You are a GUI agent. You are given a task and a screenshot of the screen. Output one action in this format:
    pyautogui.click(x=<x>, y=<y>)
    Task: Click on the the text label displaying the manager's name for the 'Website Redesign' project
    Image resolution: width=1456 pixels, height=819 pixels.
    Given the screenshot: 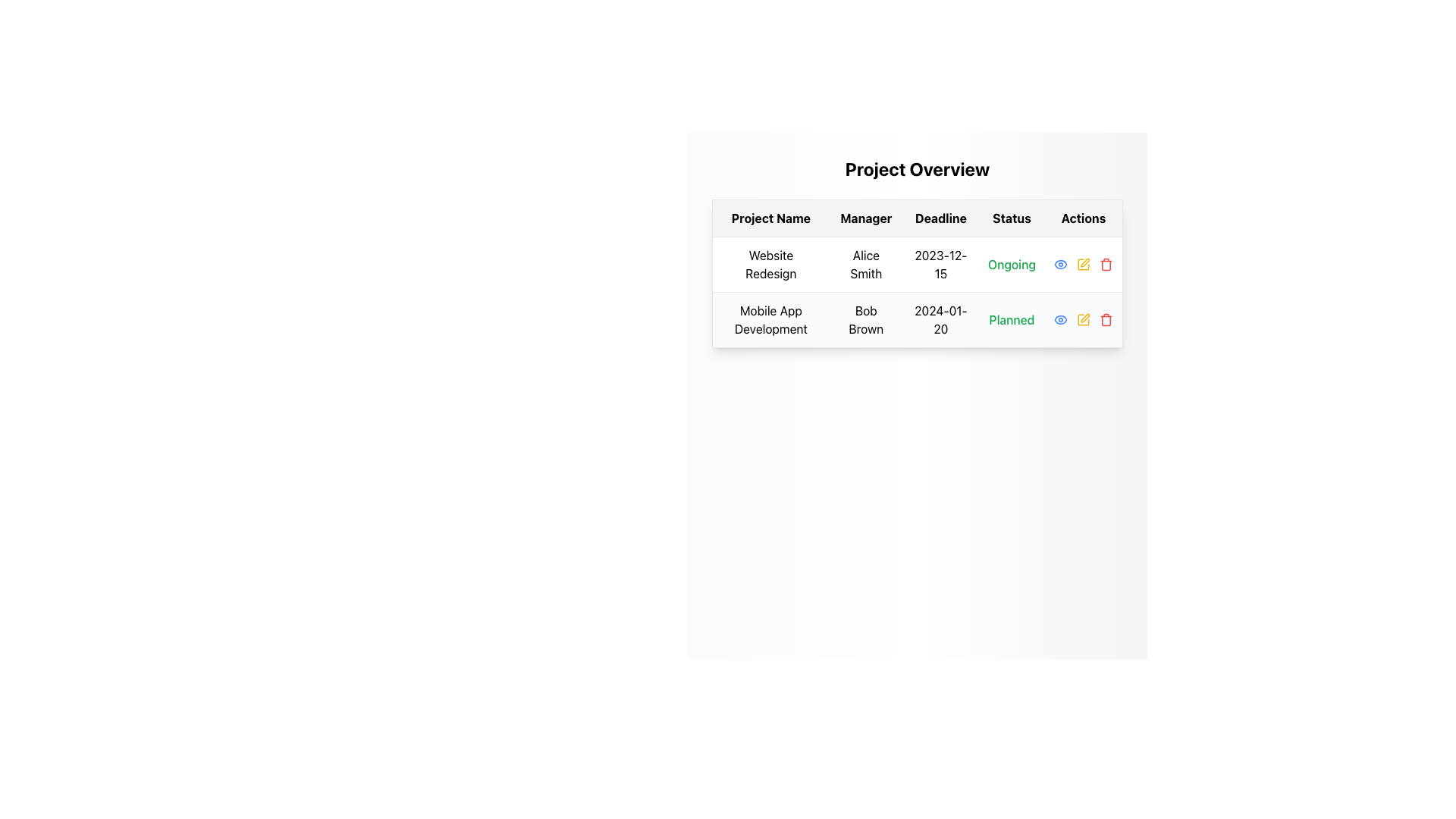 What is the action you would take?
    pyautogui.click(x=866, y=263)
    